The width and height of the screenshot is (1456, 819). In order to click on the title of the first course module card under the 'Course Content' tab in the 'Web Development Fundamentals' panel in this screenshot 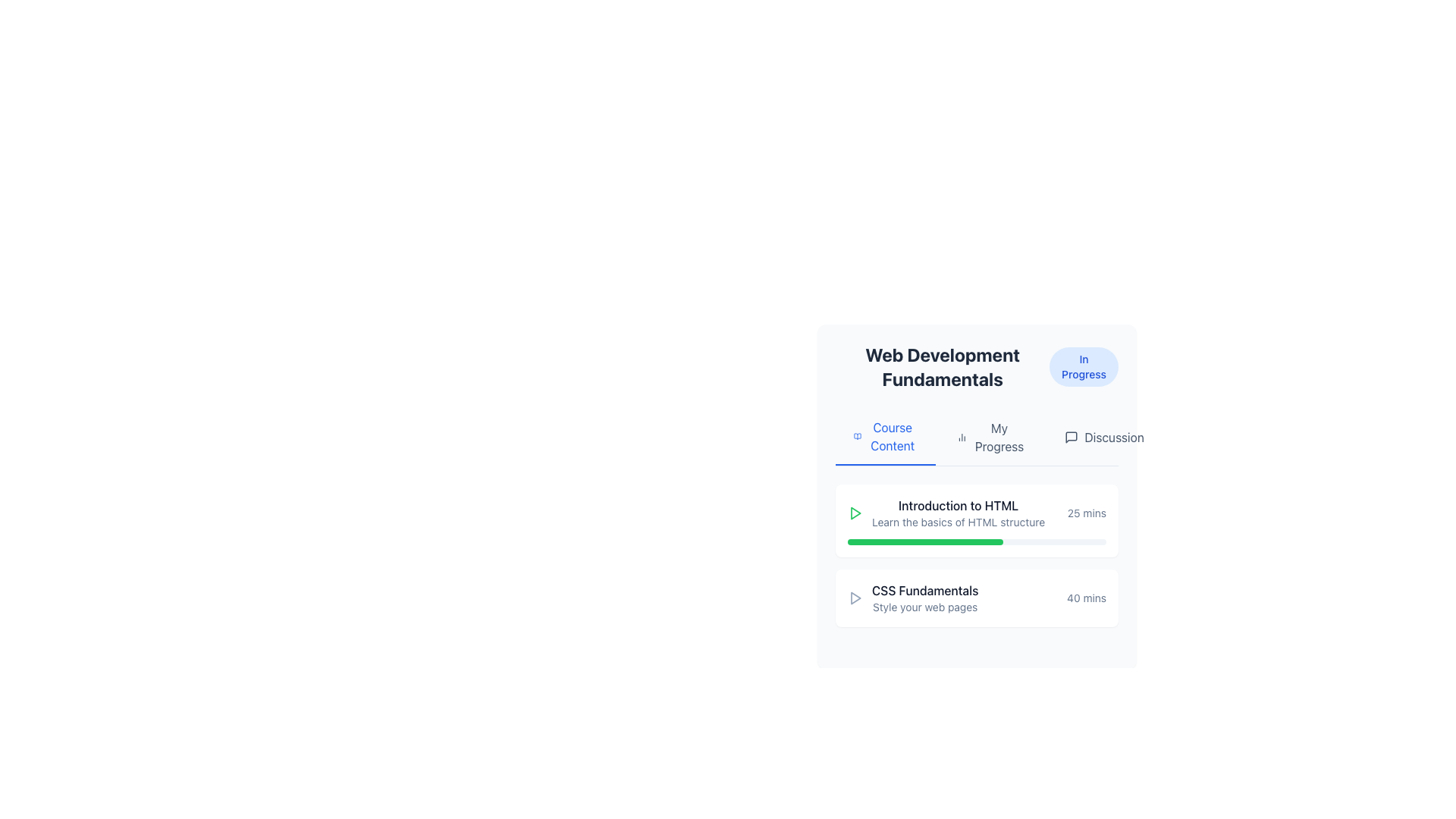, I will do `click(977, 487)`.